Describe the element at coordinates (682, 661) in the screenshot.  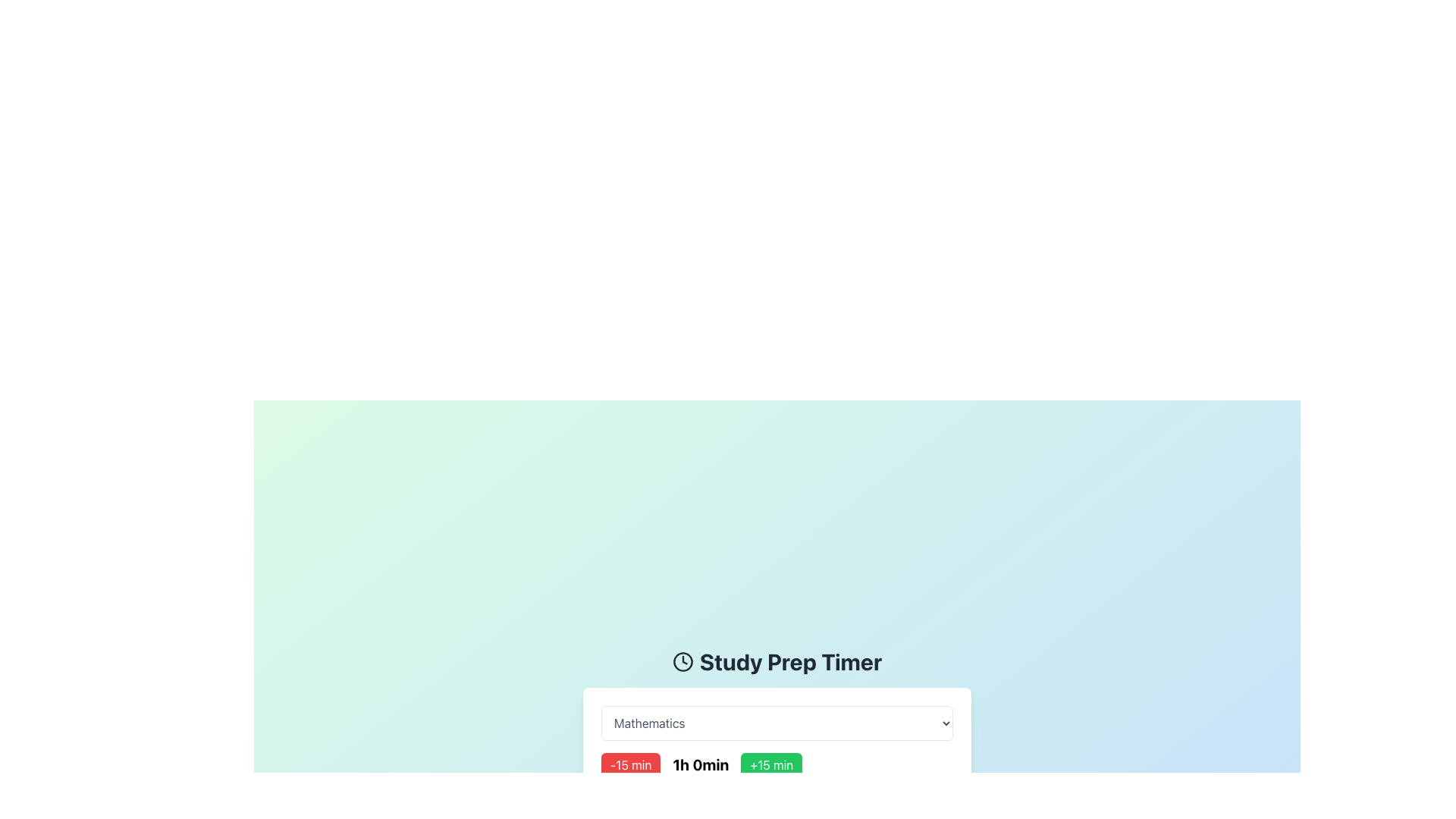
I see `the clock icon located to the left of the 'Study Prep Timer' text, which has a circular frame and two hands indicating time` at that location.